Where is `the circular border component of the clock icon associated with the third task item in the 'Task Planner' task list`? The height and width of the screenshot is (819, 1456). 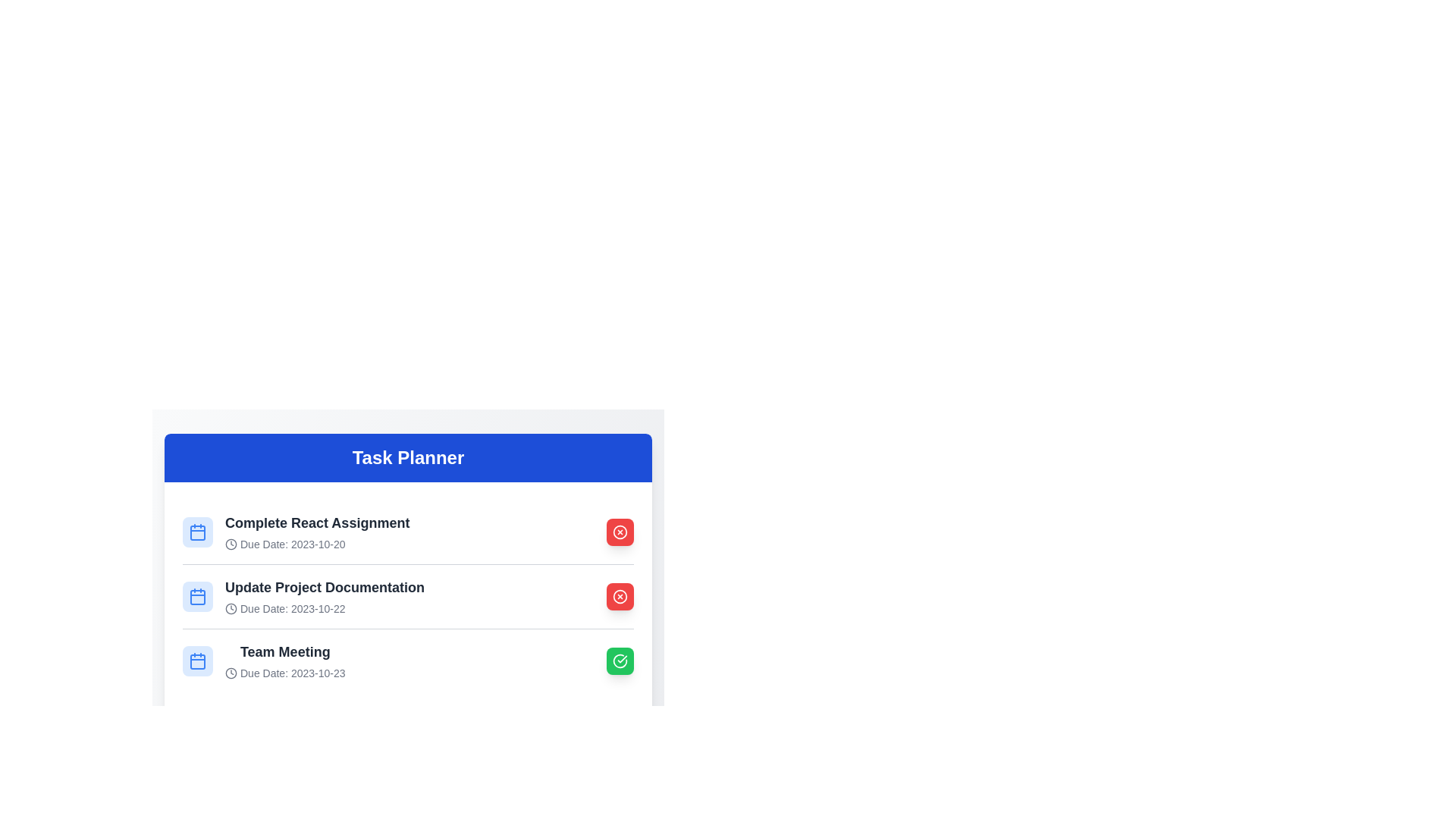 the circular border component of the clock icon associated with the third task item in the 'Task Planner' task list is located at coordinates (231, 672).